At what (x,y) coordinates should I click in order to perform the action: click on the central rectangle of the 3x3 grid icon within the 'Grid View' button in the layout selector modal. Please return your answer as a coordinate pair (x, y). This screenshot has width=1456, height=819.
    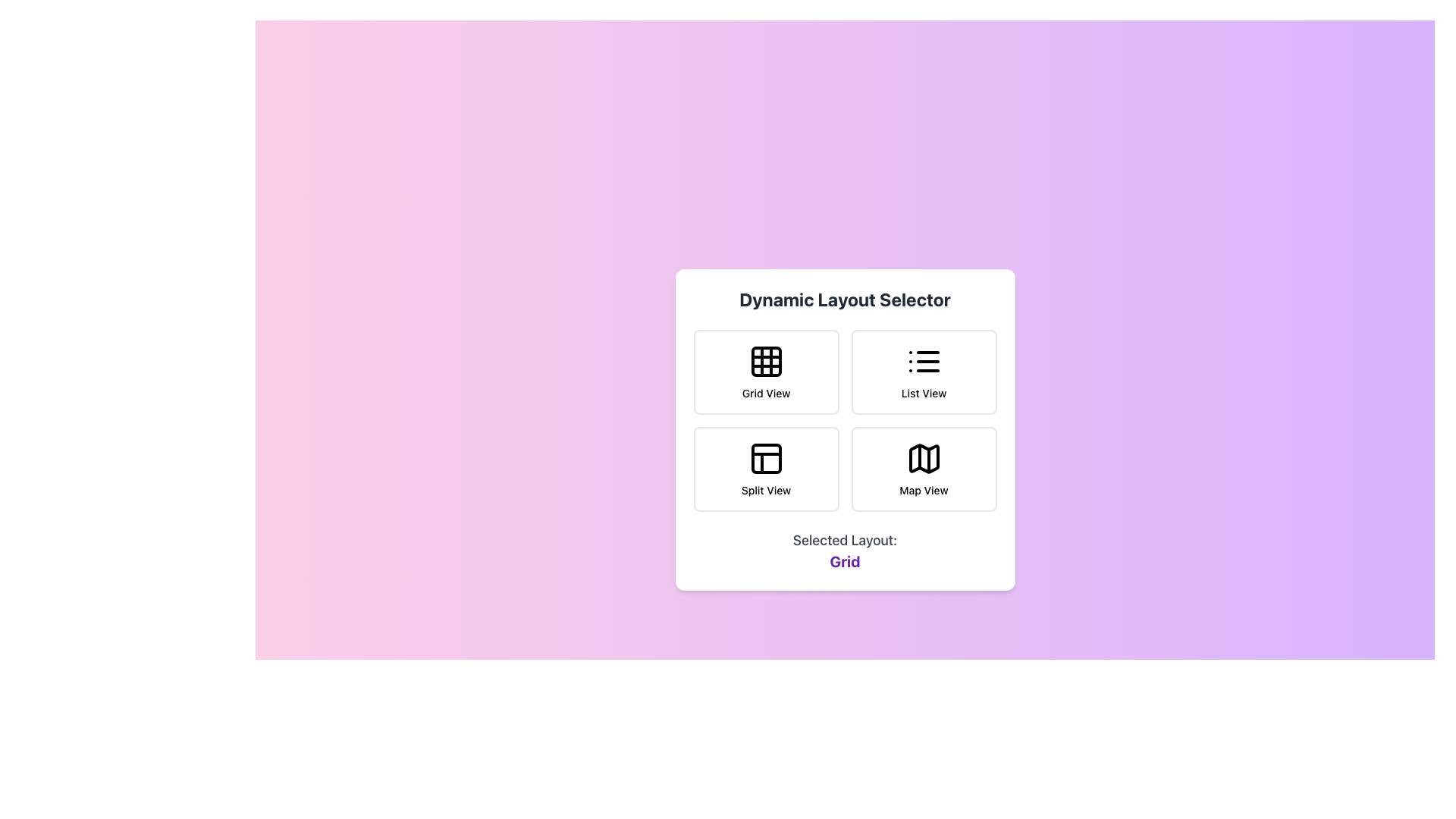
    Looking at the image, I should click on (766, 362).